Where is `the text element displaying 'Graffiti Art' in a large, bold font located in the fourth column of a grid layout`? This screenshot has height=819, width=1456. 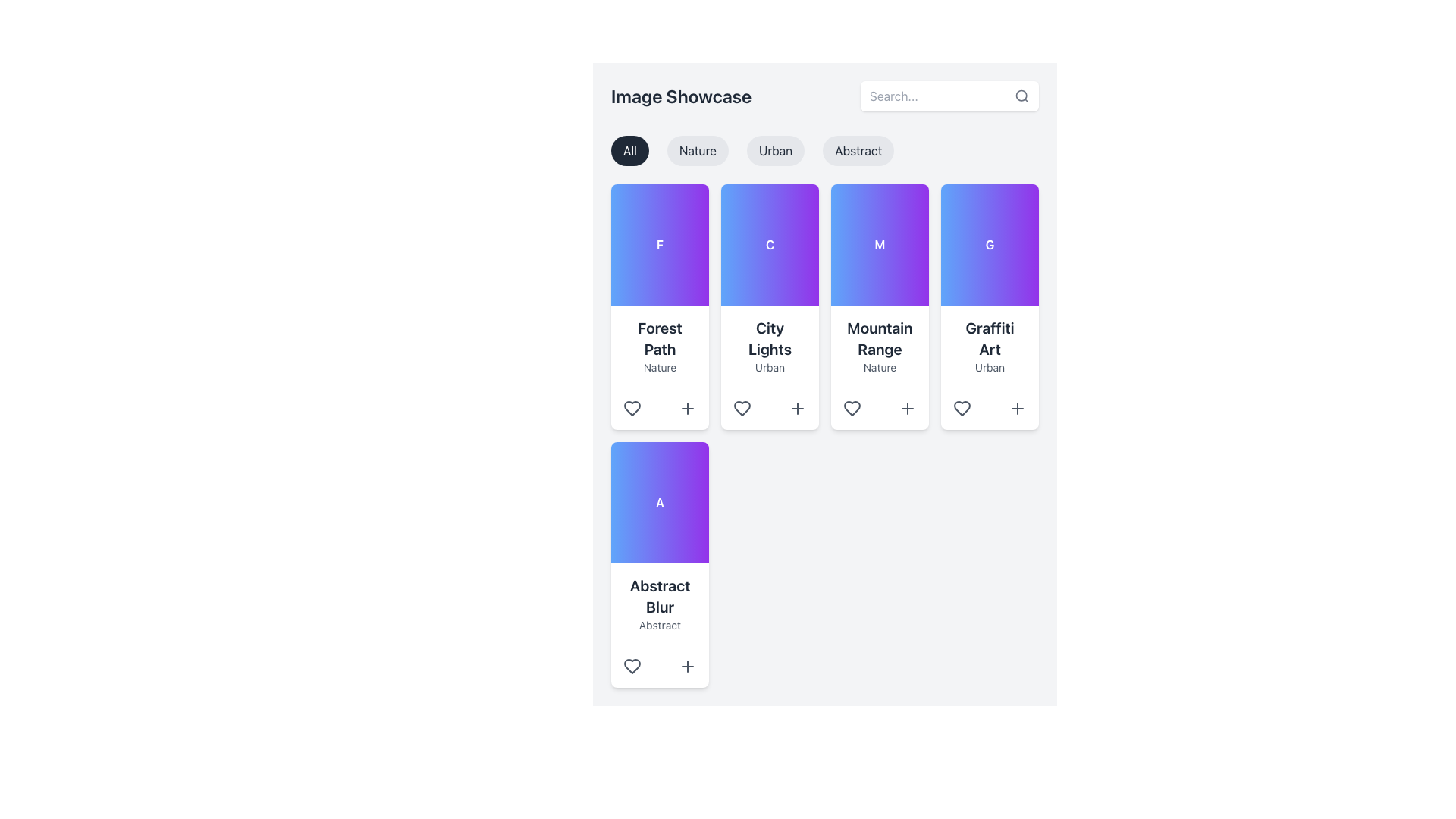
the text element displaying 'Graffiti Art' in a large, bold font located in the fourth column of a grid layout is located at coordinates (990, 338).